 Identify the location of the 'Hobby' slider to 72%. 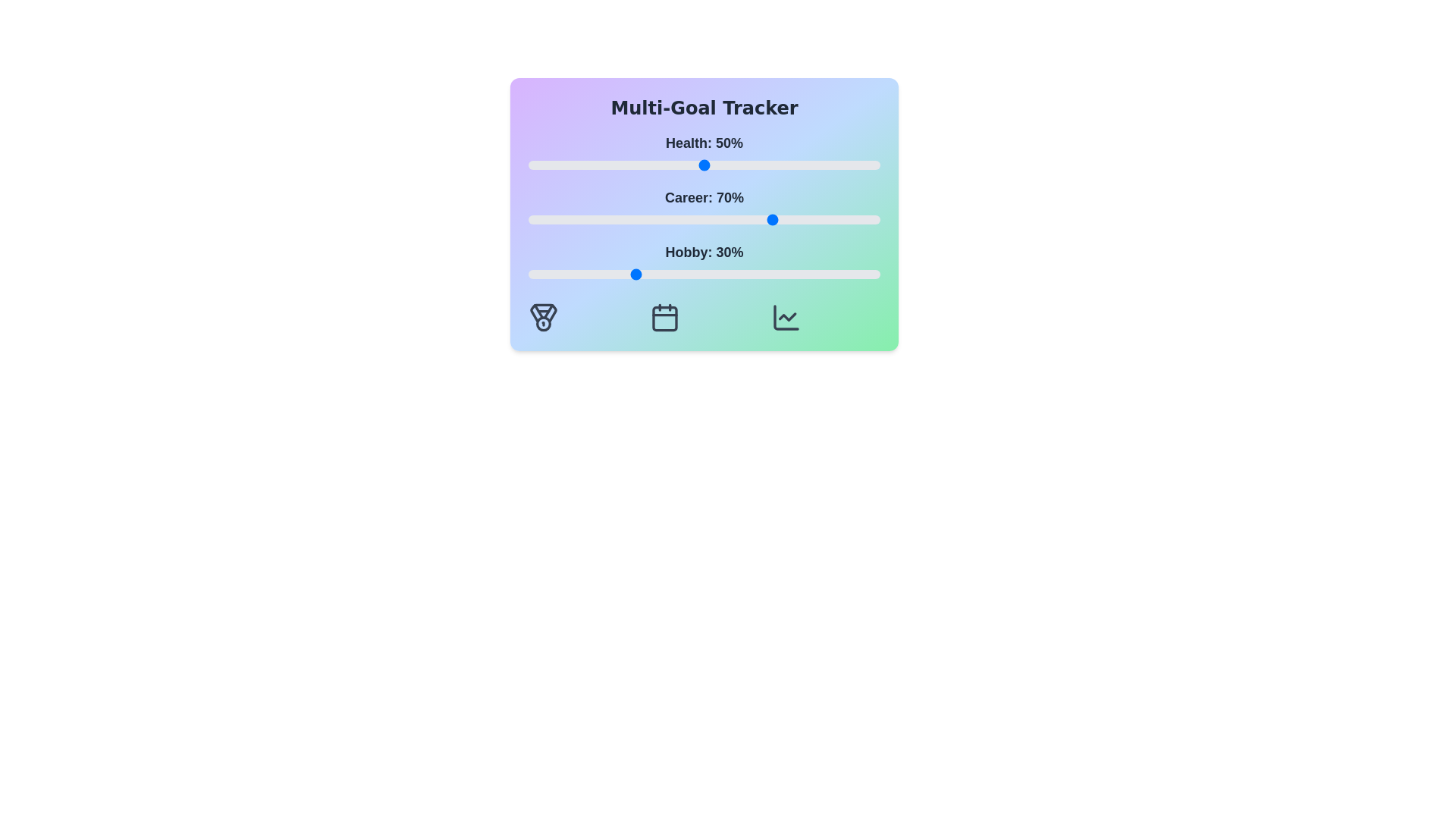
(782, 275).